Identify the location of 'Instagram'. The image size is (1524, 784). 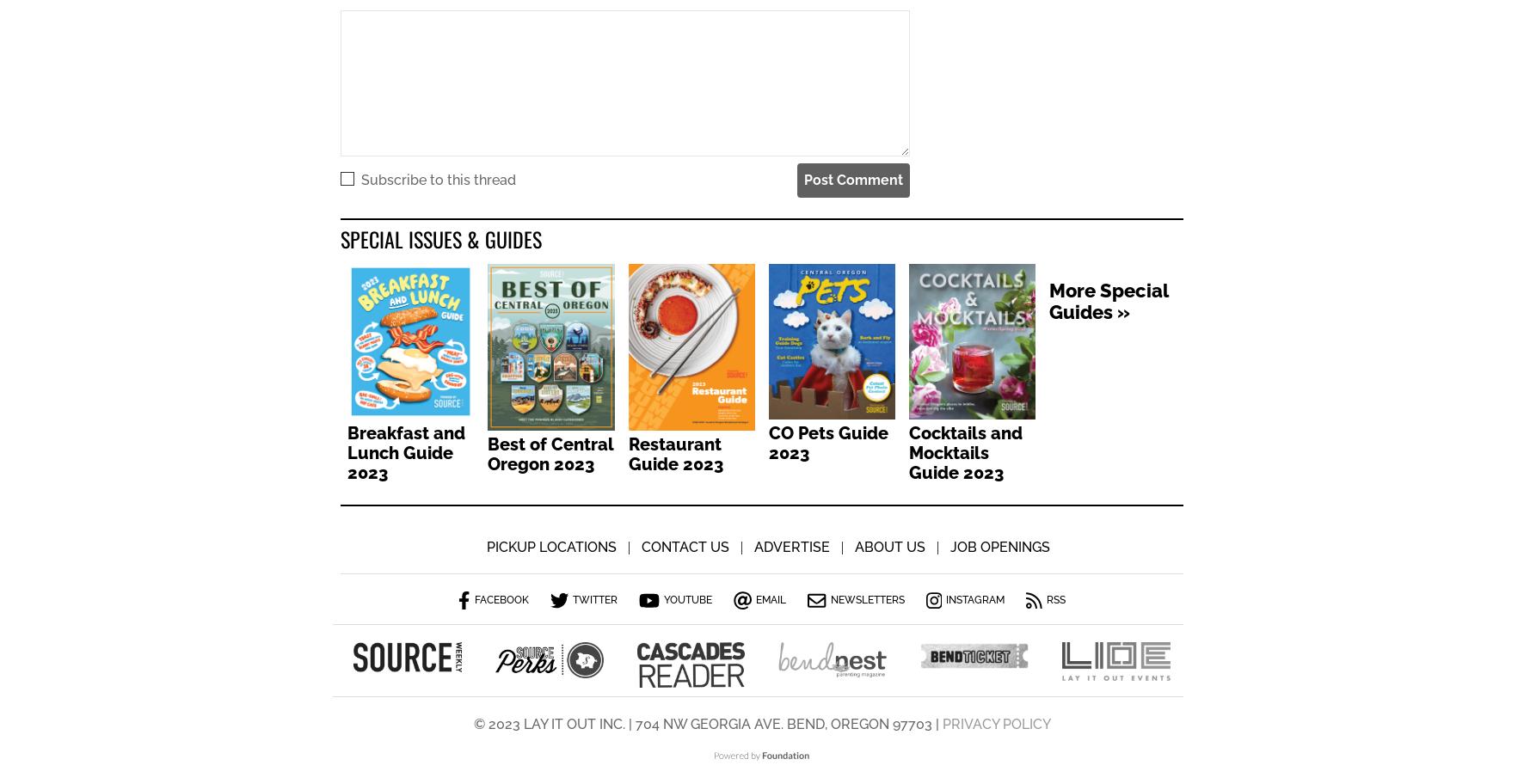
(974, 601).